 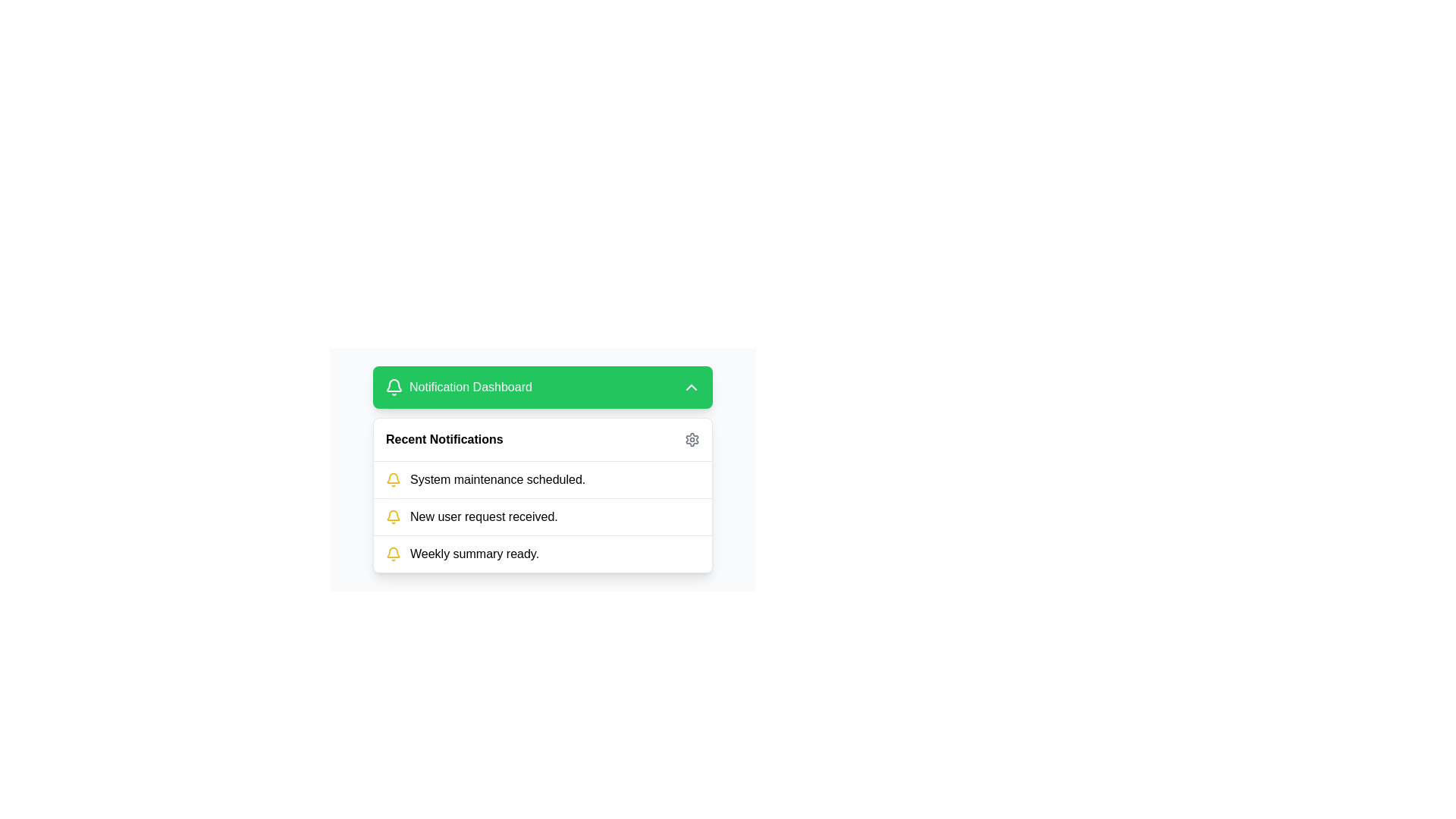 What do you see at coordinates (542, 479) in the screenshot?
I see `information displayed in the first notification item about 'System maintenance scheduled' located under the 'Recent Notifications' section` at bounding box center [542, 479].